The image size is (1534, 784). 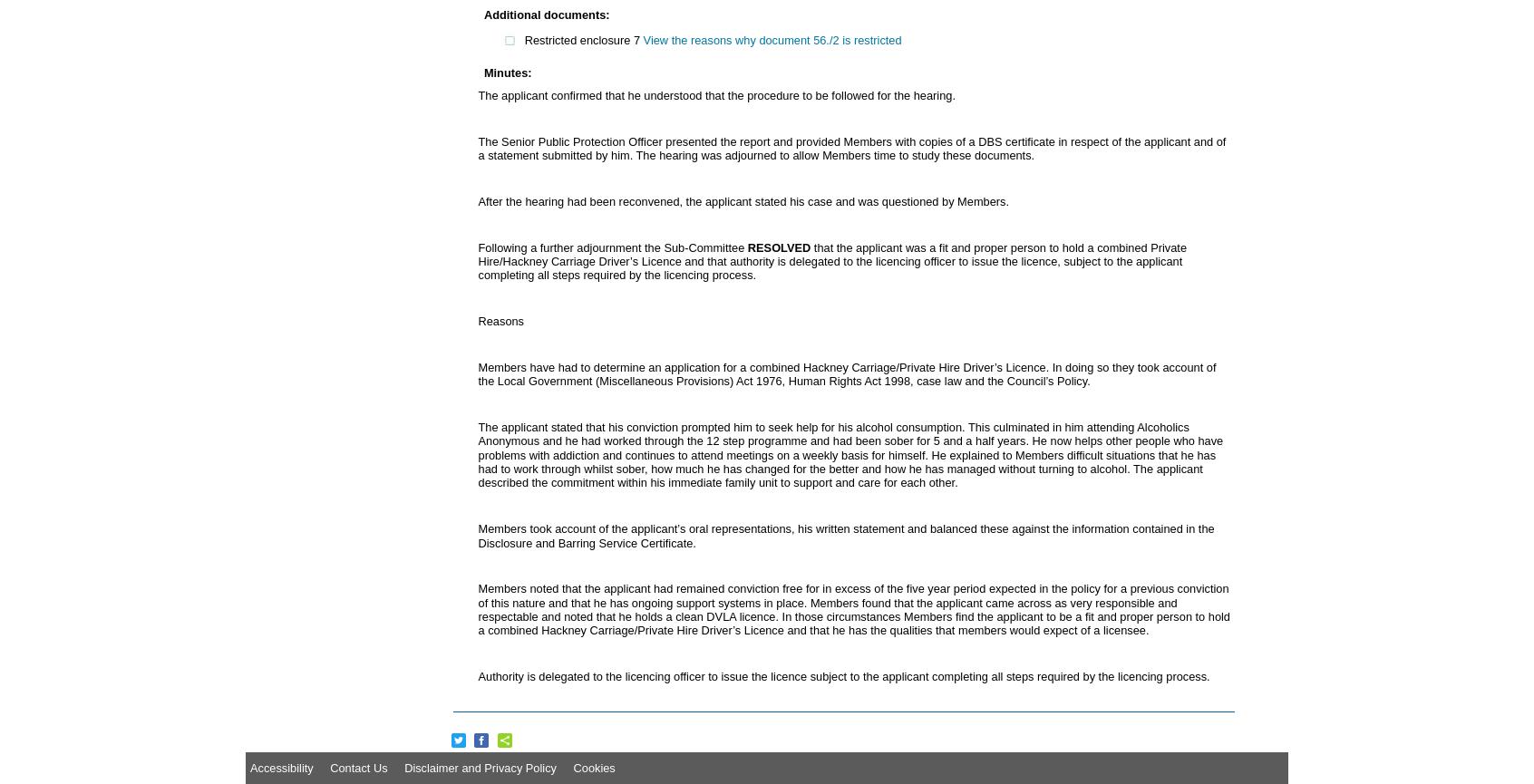 I want to click on 'Members took account of the applicant’s
oral representations, his written statement and balanced these
against the information contained in the Disclosure and Barring
Service Certificate.', so click(x=845, y=535).